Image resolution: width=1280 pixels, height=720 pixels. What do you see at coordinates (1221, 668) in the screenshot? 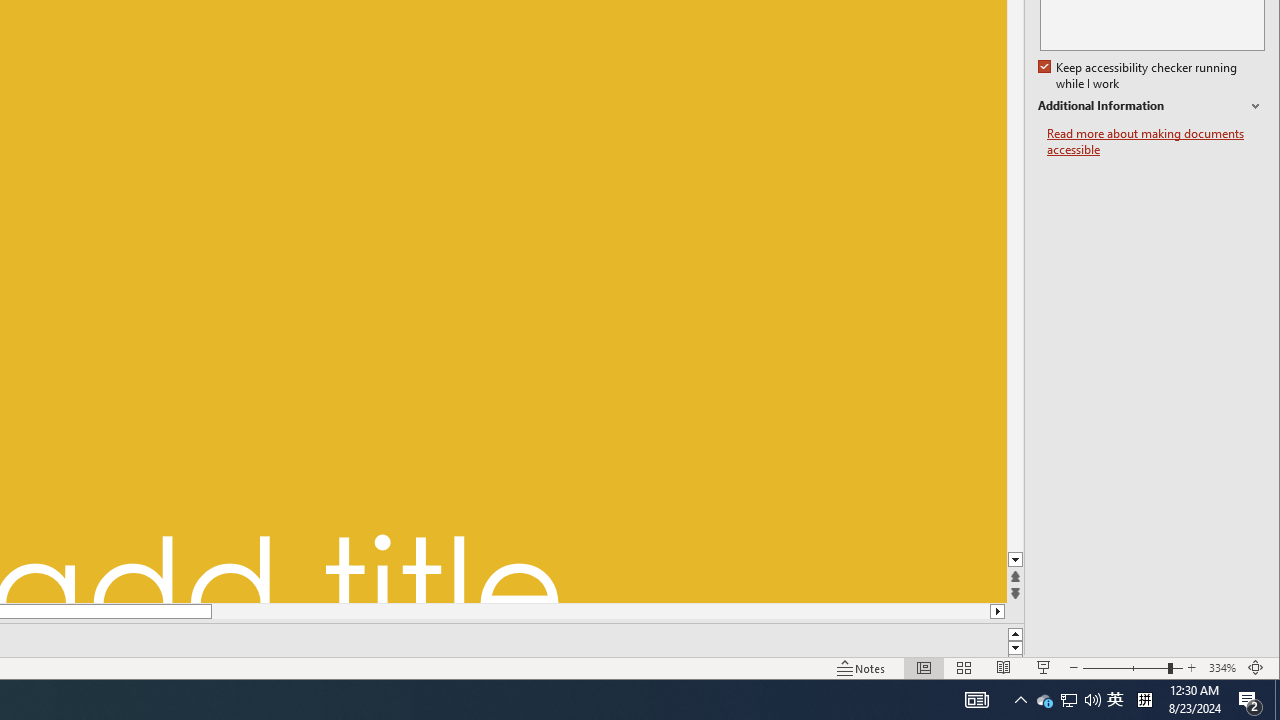
I see `'Zoom 334%'` at bounding box center [1221, 668].